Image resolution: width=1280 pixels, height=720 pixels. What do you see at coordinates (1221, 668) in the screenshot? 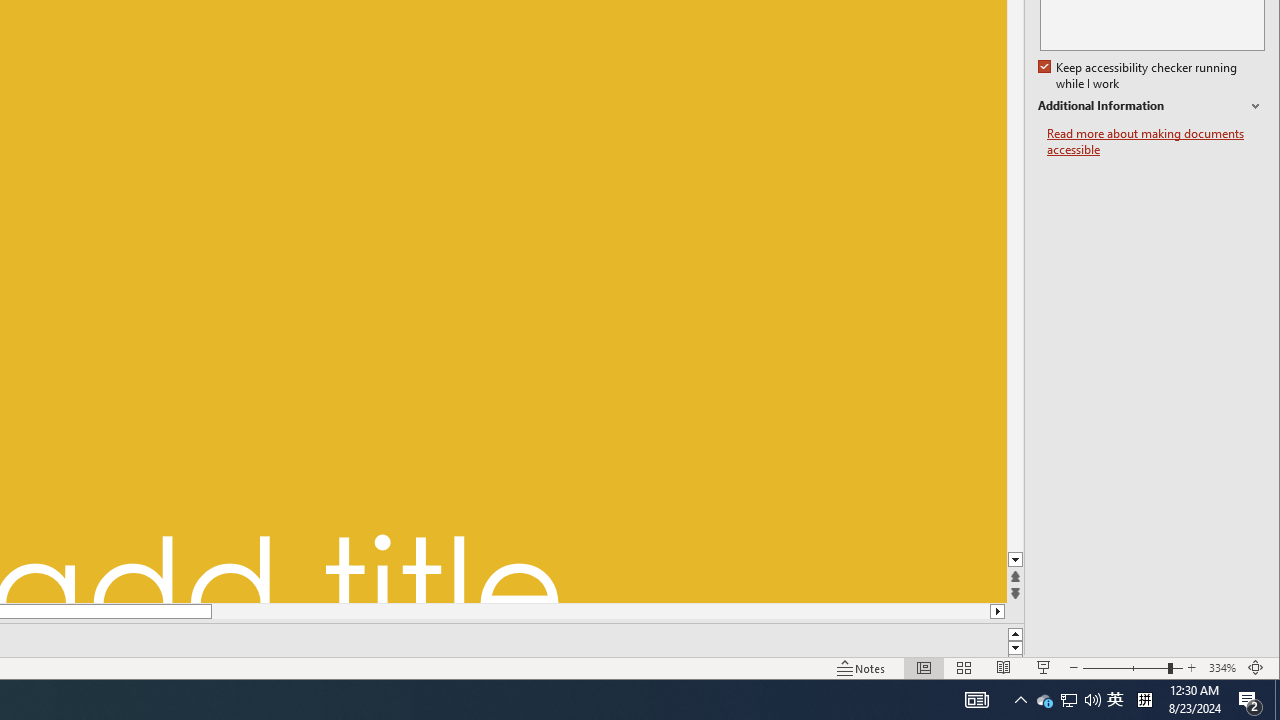
I see `'Zoom 334%'` at bounding box center [1221, 668].